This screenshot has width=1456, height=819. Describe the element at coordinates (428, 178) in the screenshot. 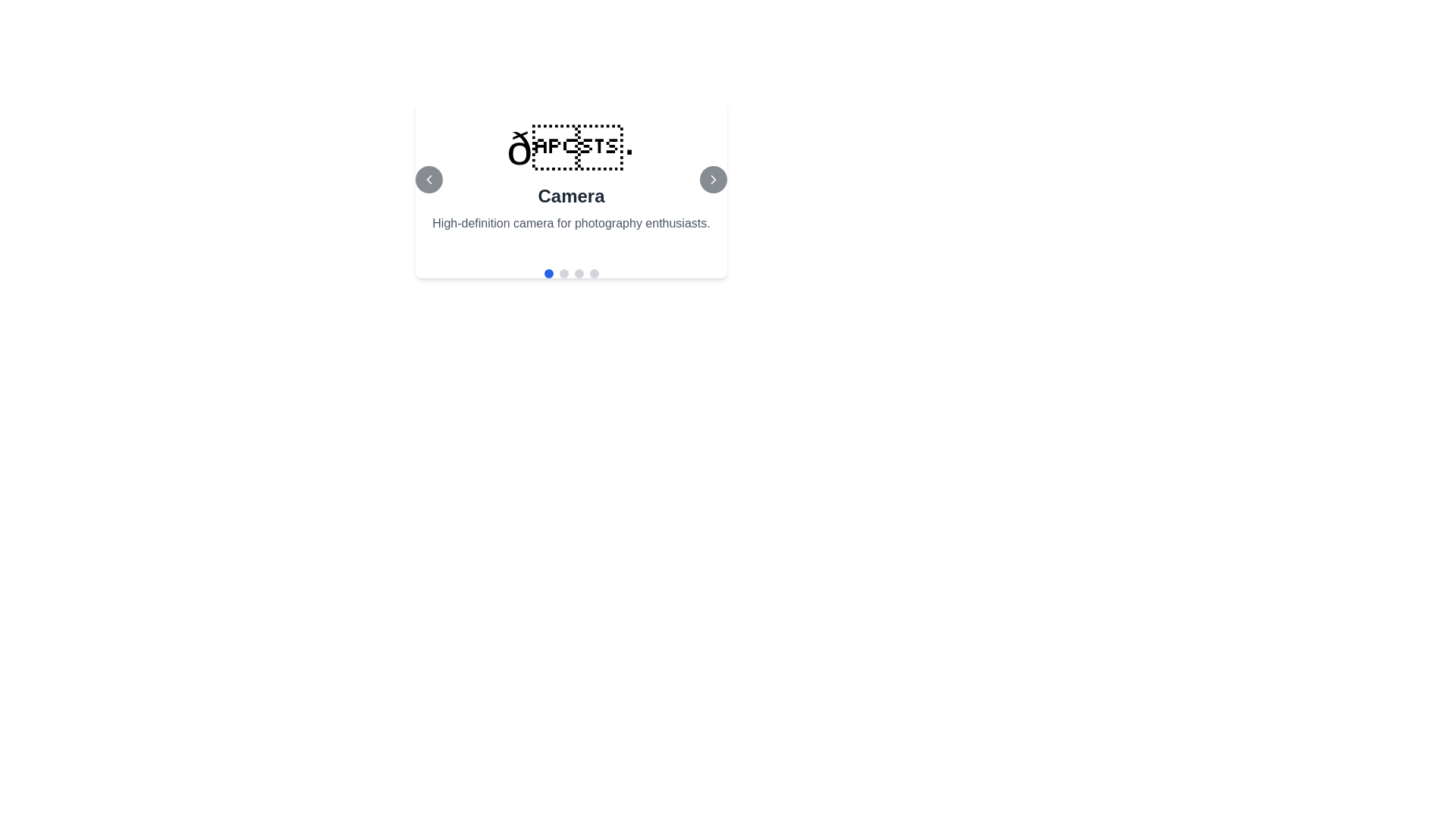

I see `the left navigation button in the carousel interface` at that location.